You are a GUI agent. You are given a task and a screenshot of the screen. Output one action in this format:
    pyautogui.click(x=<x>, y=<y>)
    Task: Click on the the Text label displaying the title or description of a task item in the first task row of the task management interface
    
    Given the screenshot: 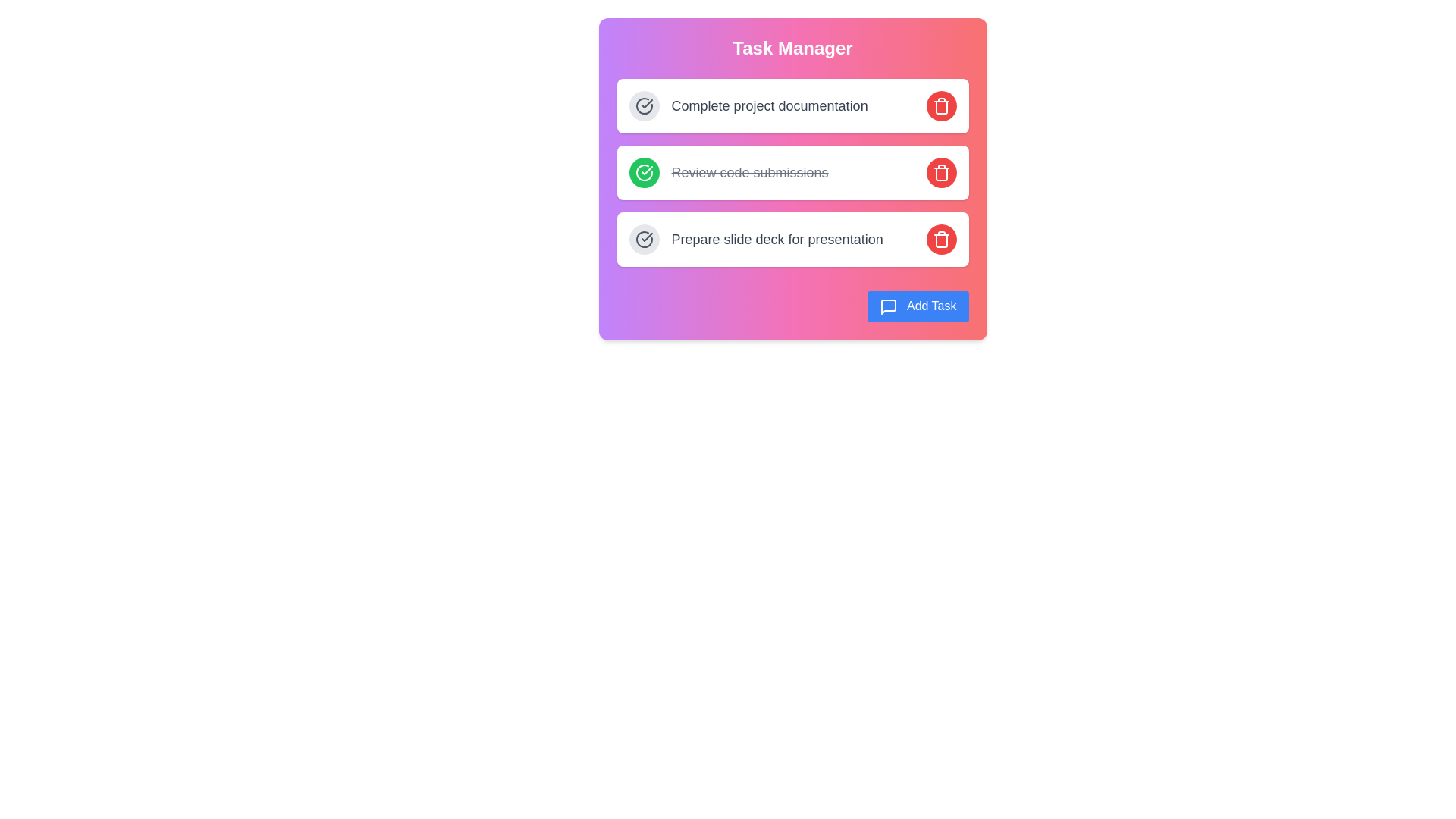 What is the action you would take?
    pyautogui.click(x=770, y=105)
    